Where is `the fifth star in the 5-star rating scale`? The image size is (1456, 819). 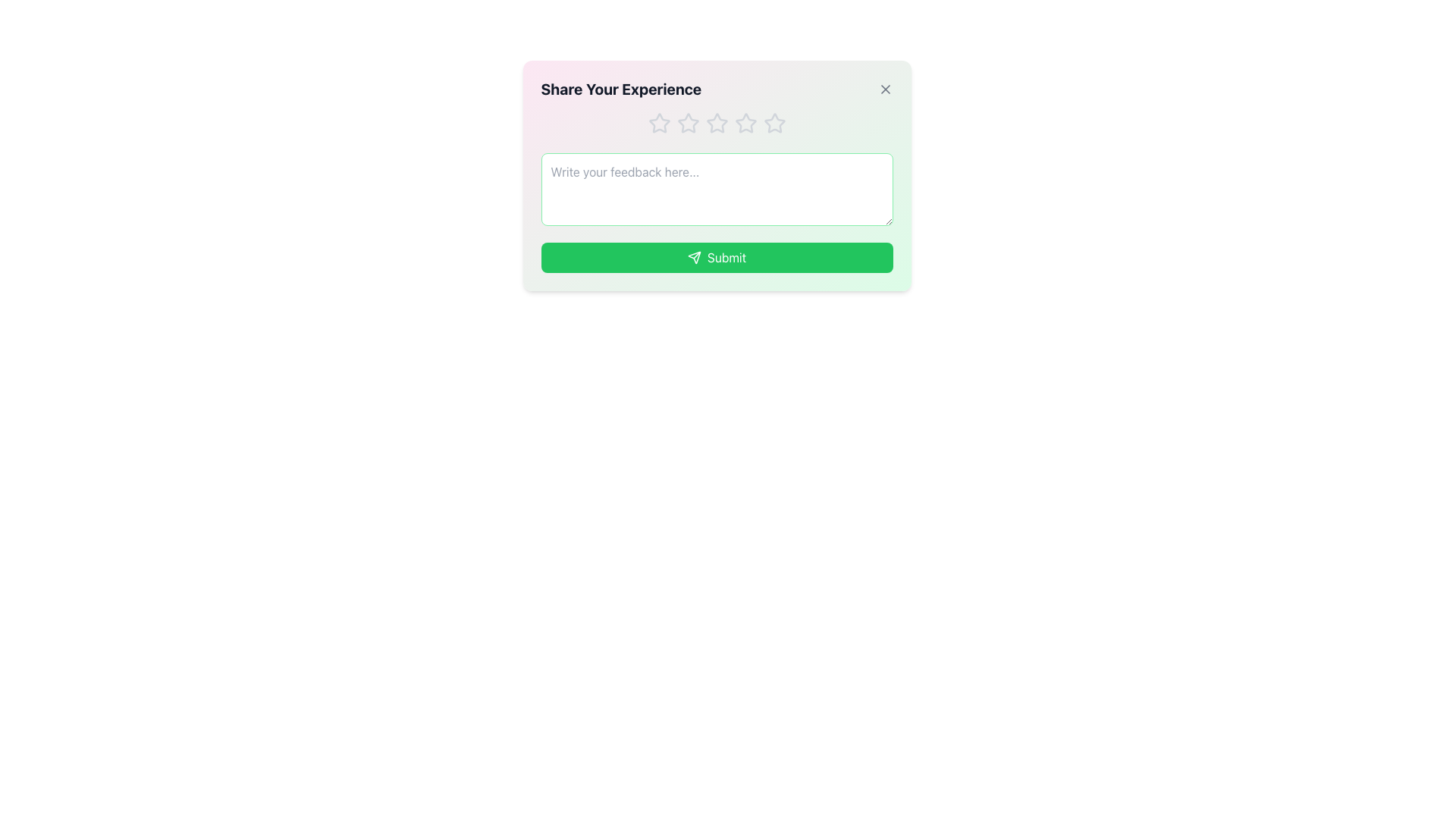
the fifth star in the 5-star rating scale is located at coordinates (774, 122).